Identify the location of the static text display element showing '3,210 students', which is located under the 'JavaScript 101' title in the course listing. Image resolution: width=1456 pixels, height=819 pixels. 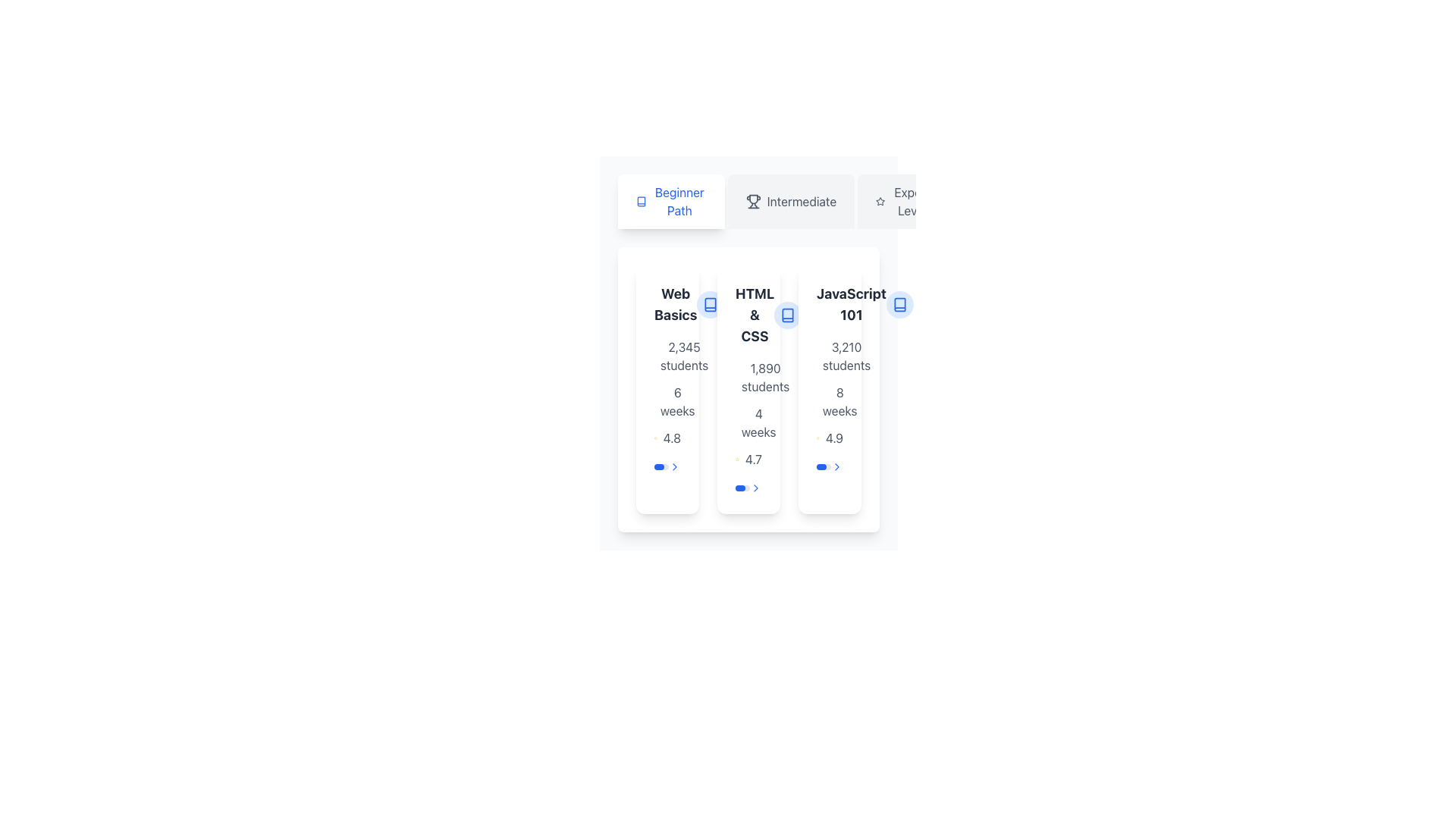
(846, 356).